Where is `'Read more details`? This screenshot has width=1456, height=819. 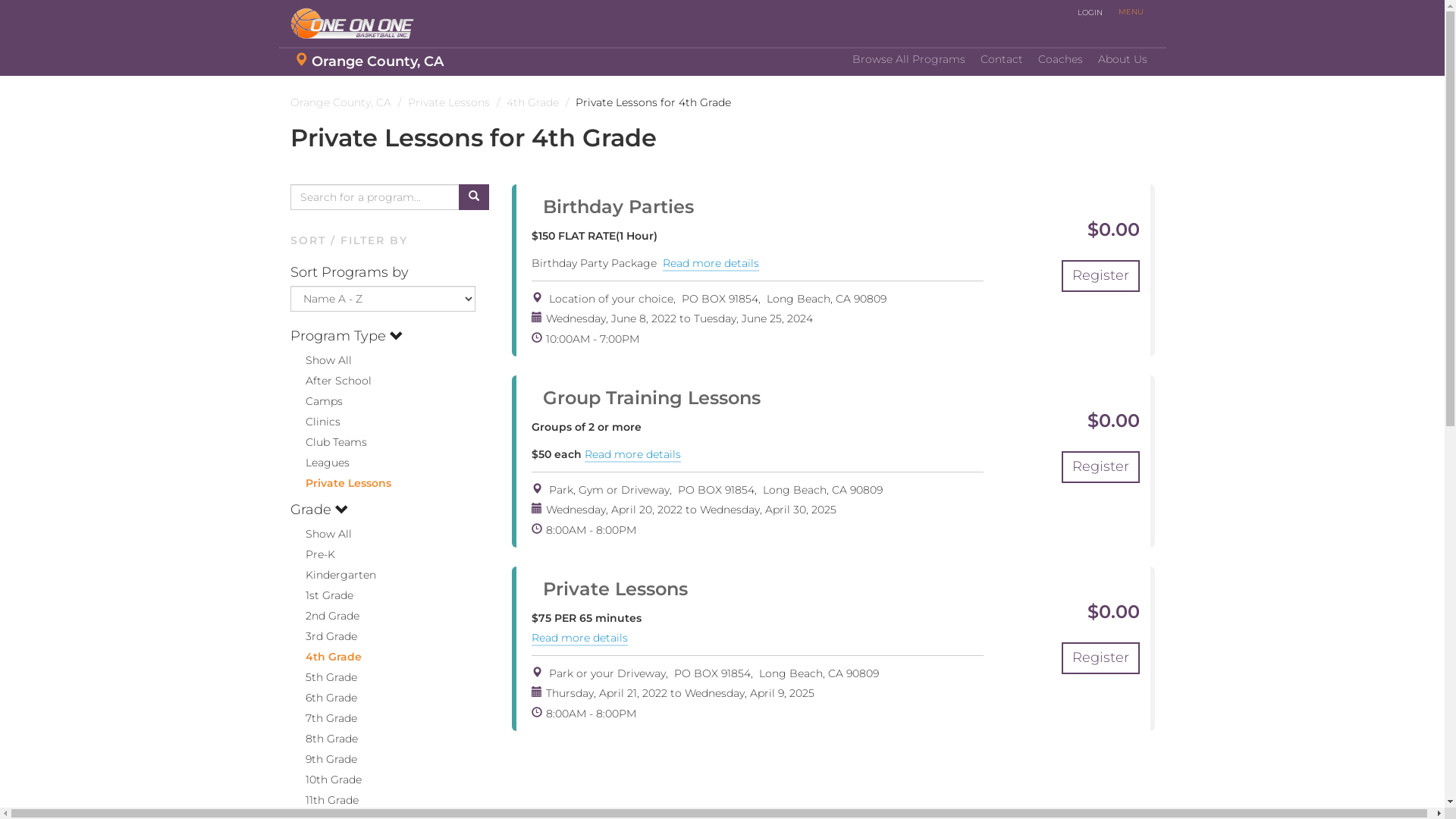 'Read more details is located at coordinates (710, 262).